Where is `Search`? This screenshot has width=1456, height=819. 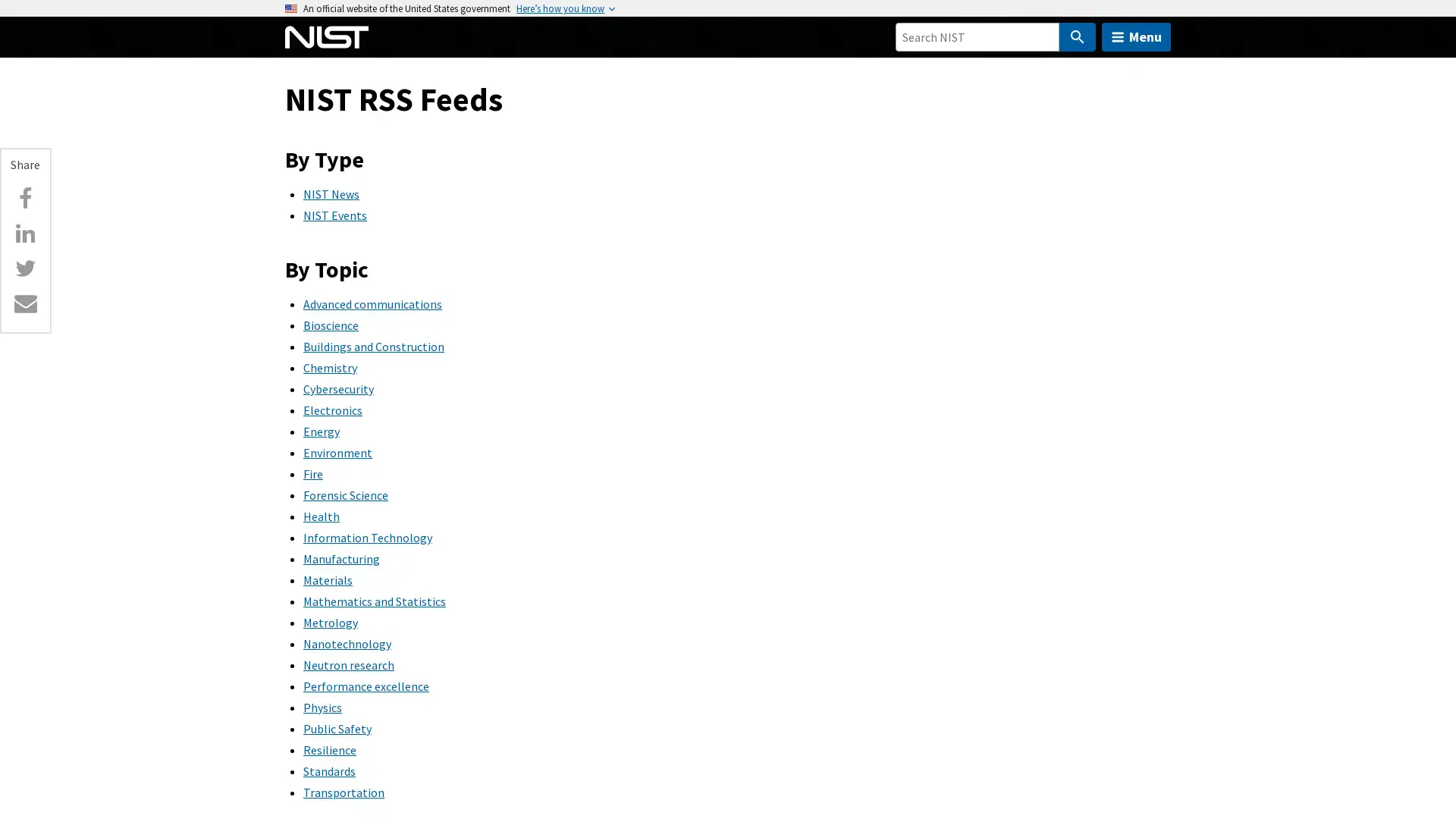
Search is located at coordinates (1076, 36).